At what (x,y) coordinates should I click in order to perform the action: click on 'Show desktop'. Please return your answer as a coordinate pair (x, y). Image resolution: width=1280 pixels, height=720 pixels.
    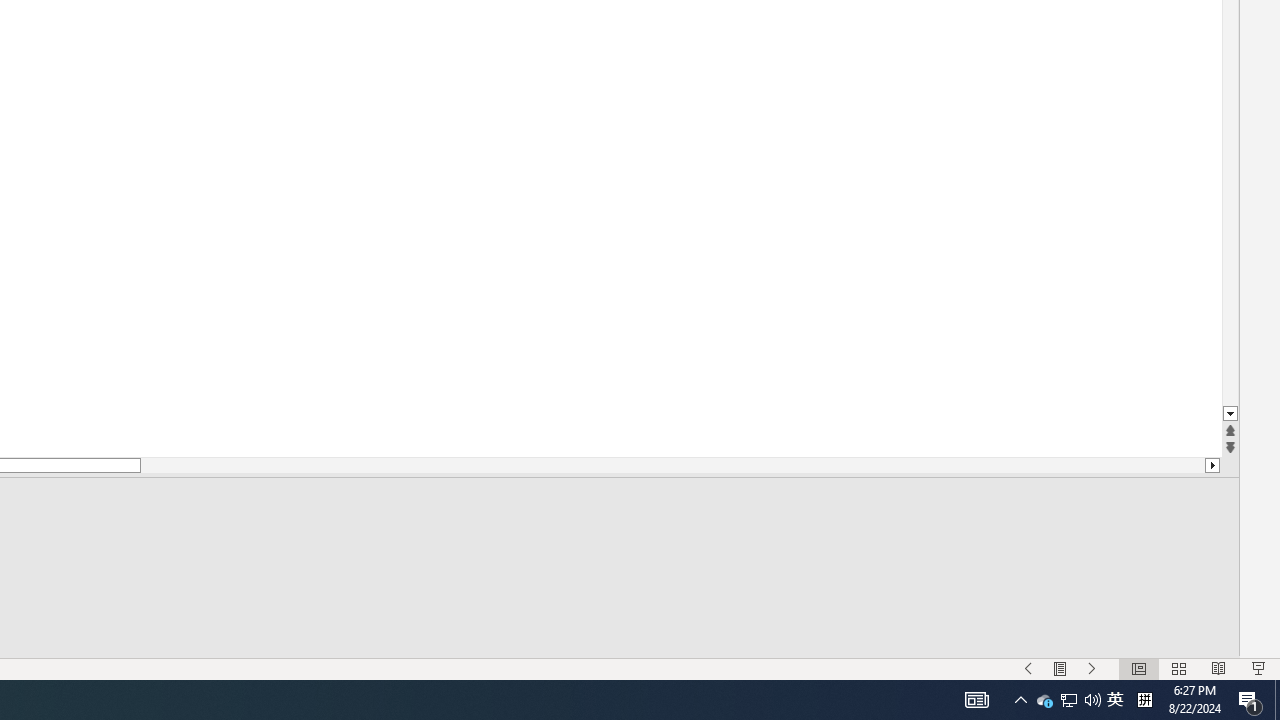
    Looking at the image, I should click on (1276, 698).